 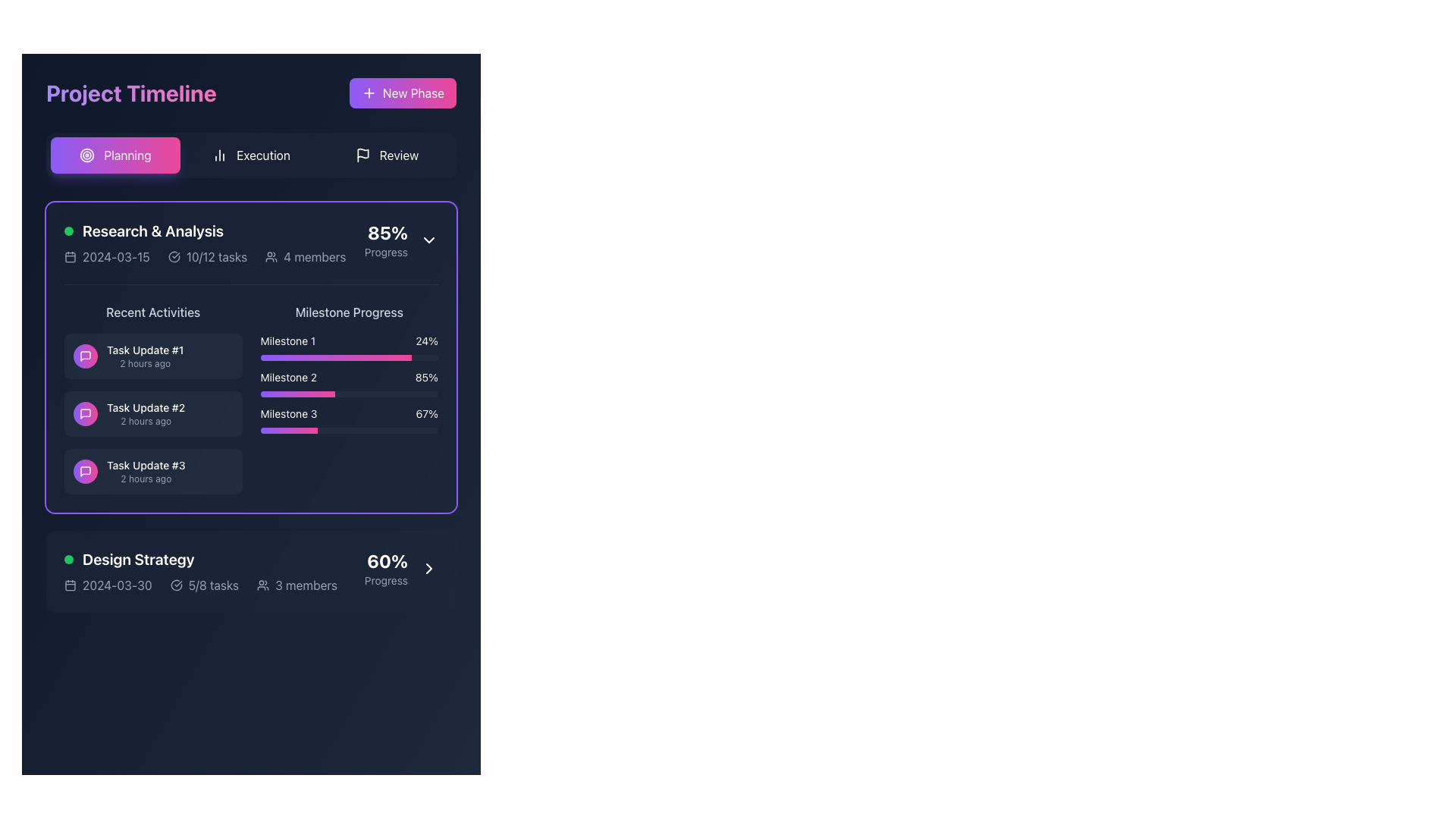 What do you see at coordinates (362, 155) in the screenshot?
I see `the flag icon located within the 'Review' tab button in the top navigation bar` at bounding box center [362, 155].